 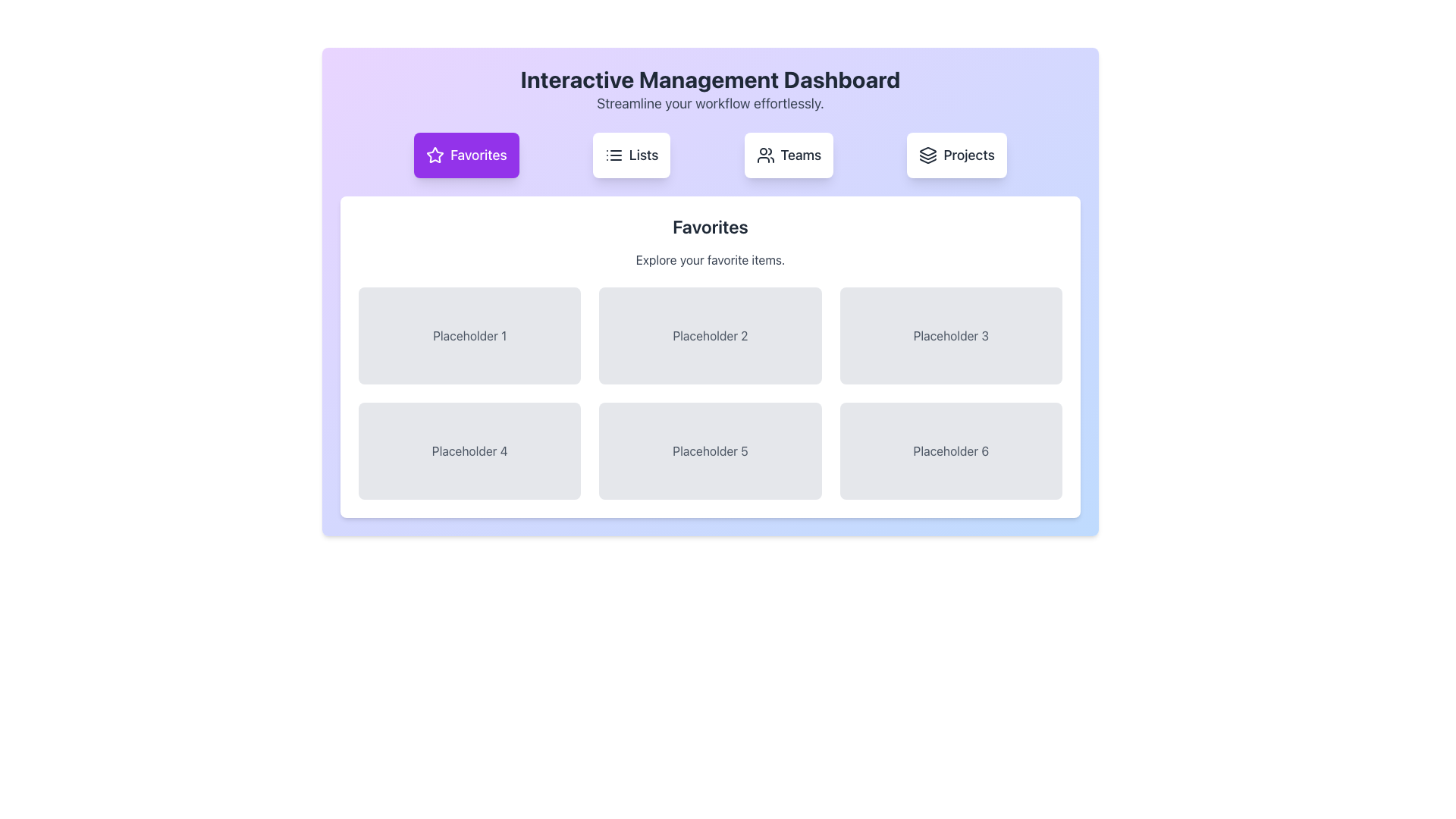 What do you see at coordinates (789, 155) in the screenshot?
I see `the 'Teams' button with an icon and text` at bounding box center [789, 155].